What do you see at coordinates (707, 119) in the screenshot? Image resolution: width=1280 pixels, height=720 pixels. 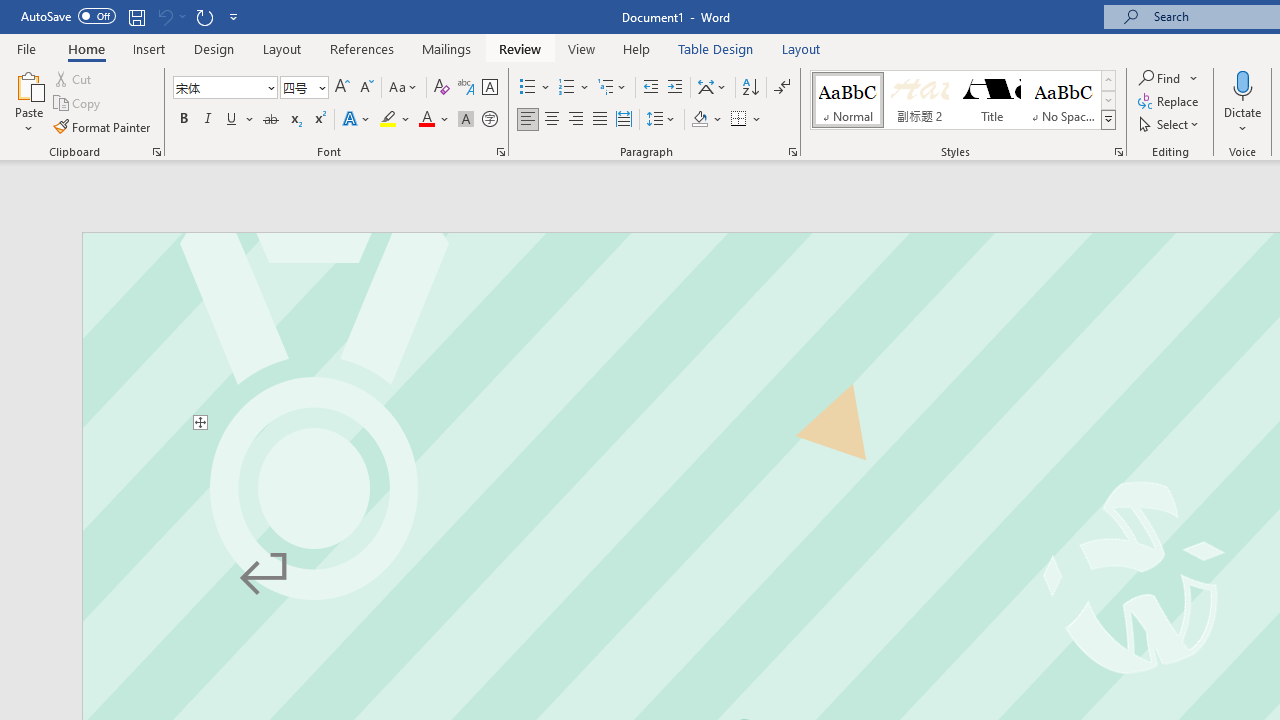 I see `'Shading'` at bounding box center [707, 119].